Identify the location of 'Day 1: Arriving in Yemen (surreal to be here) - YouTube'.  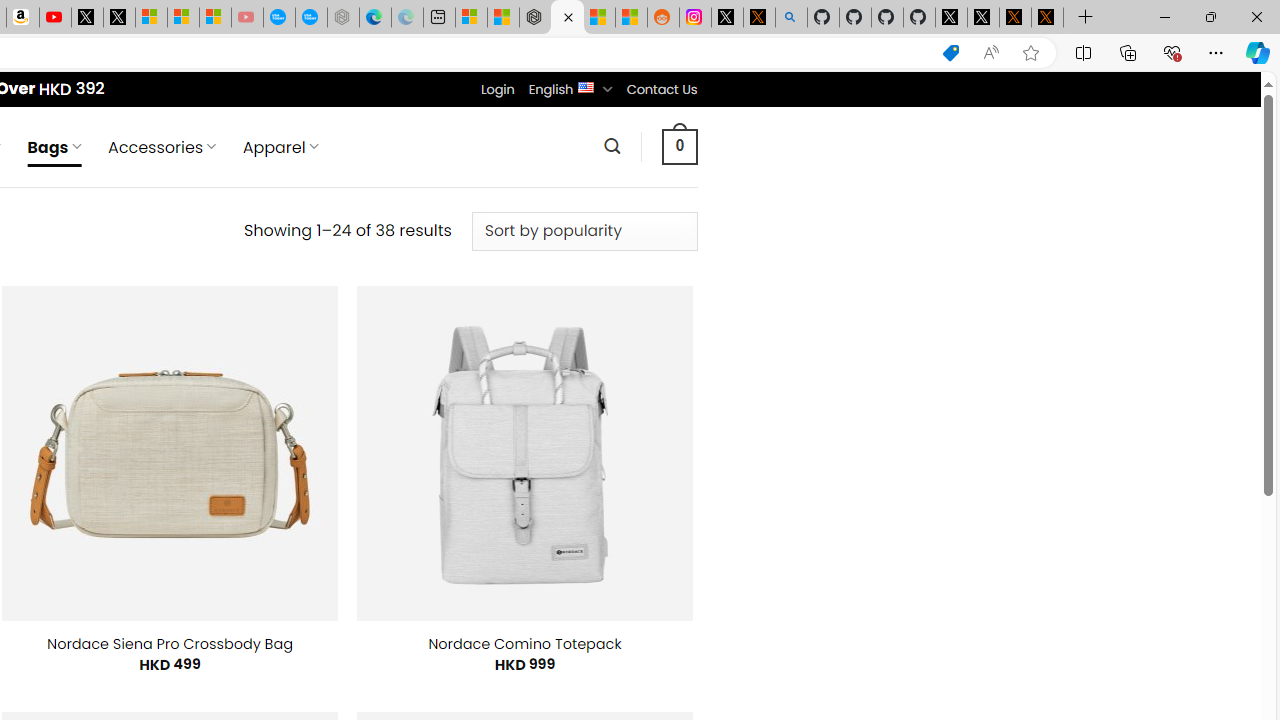
(55, 17).